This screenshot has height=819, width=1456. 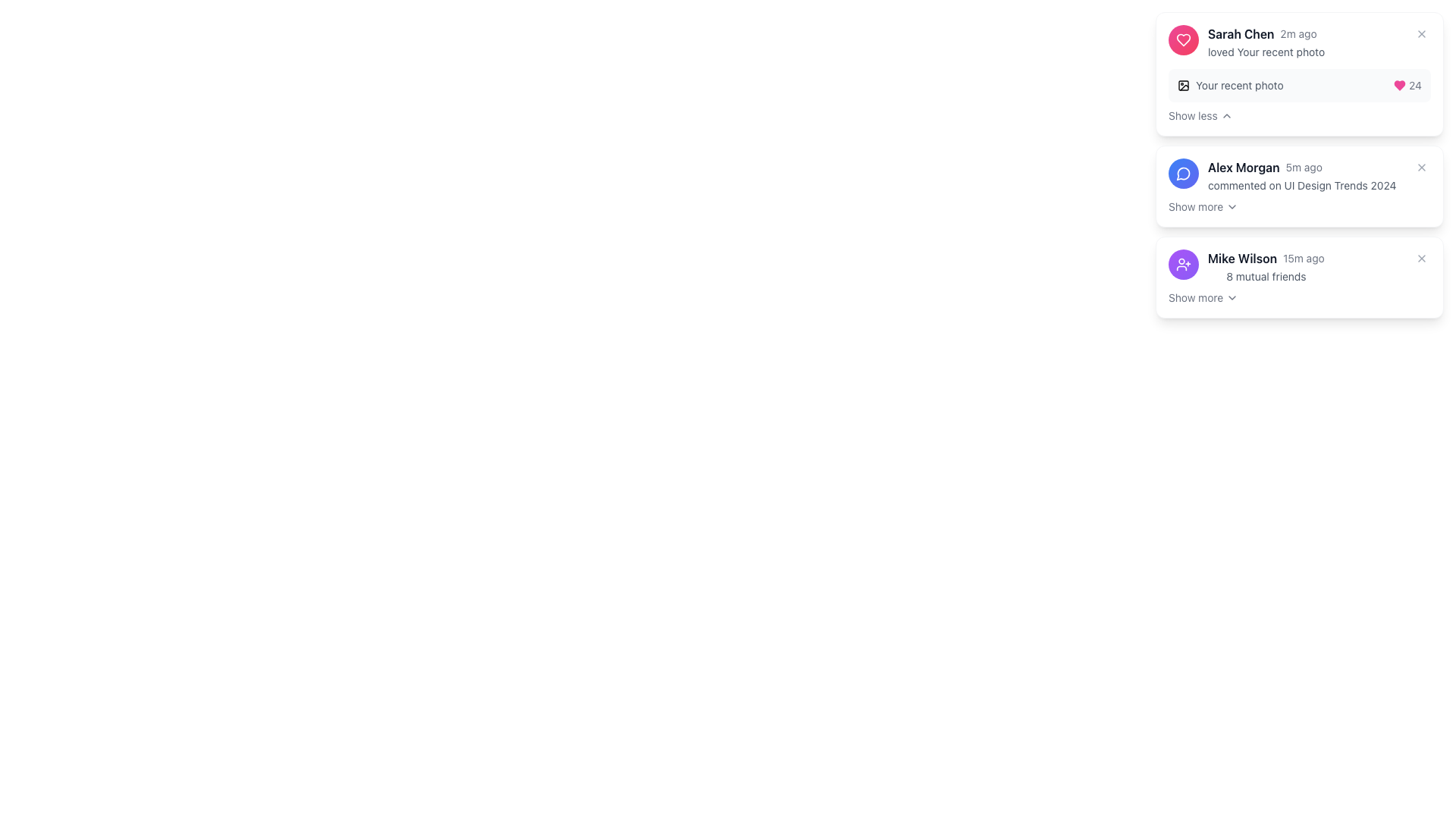 What do you see at coordinates (1301, 167) in the screenshot?
I see `the text element displaying 'Alex Morgan 5m ago' for additional interaction` at bounding box center [1301, 167].